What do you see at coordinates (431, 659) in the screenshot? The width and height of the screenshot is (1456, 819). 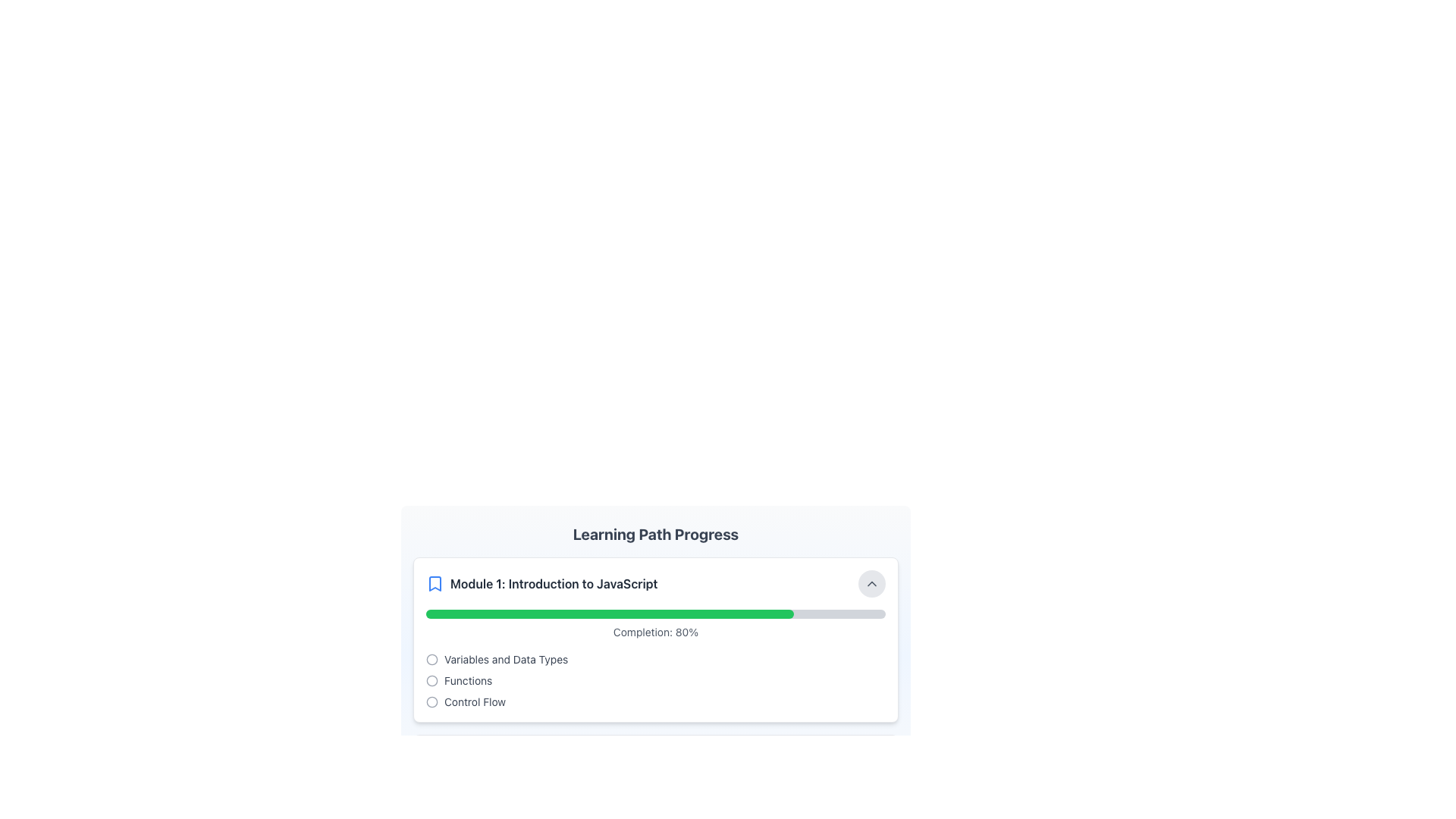 I see `the circular outline icon styled in light gray, located to the left of the 'Variables and Data Types' text` at bounding box center [431, 659].